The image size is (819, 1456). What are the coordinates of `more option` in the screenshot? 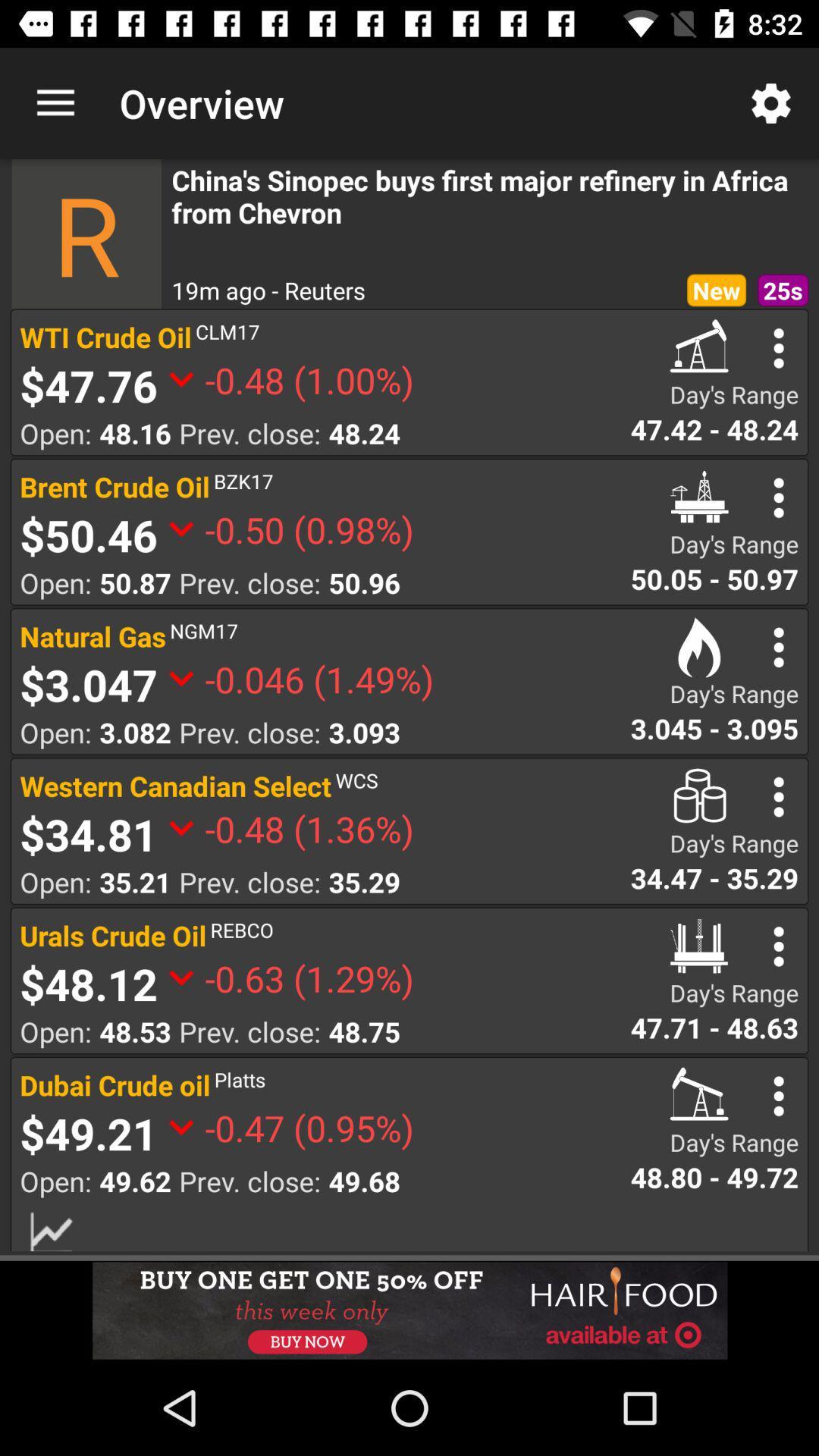 It's located at (779, 497).